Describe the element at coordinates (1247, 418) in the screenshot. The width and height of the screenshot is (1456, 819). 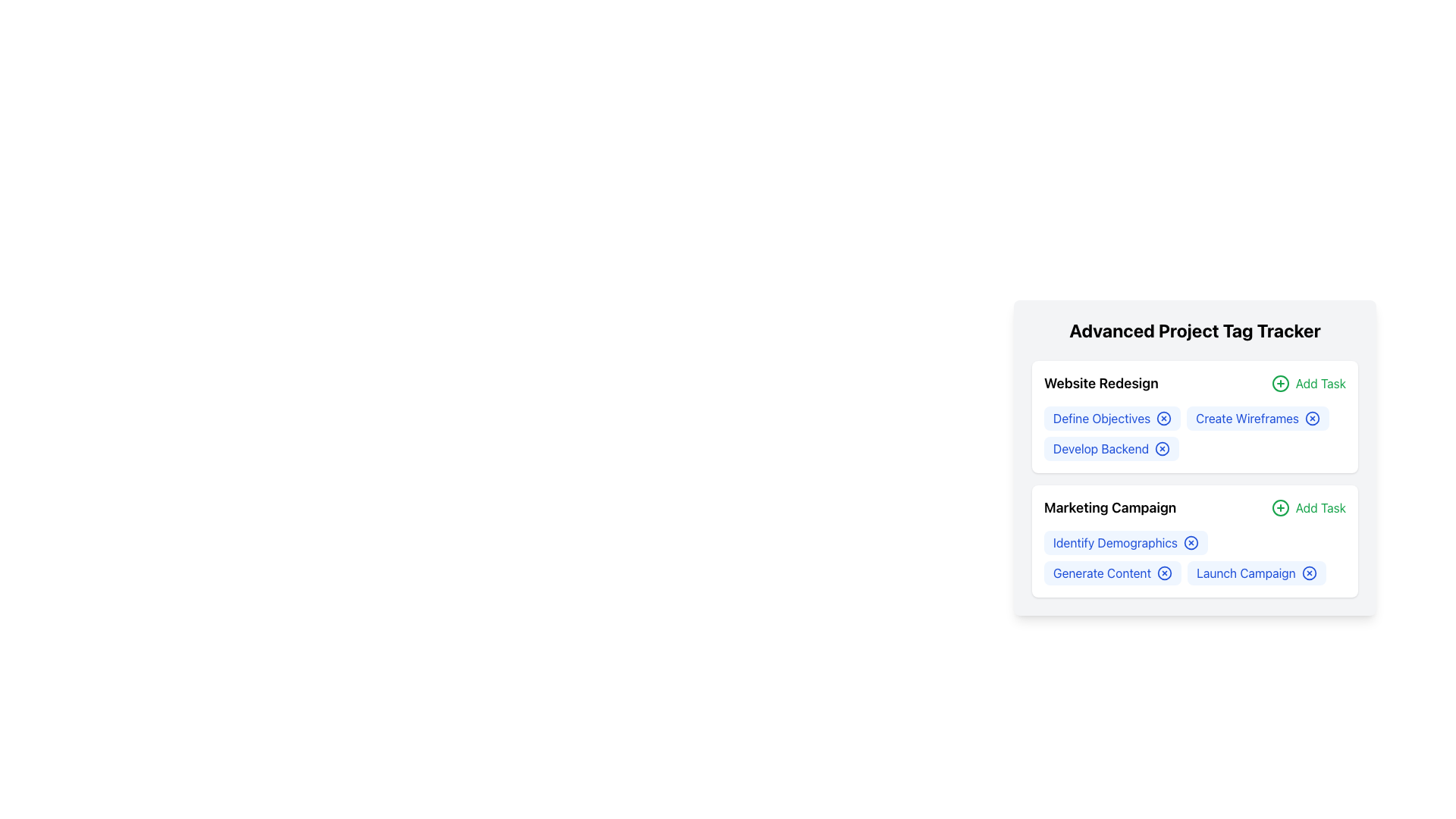
I see `the text label indicating the task 'Create Wireframes' within the 'Website Redesign' section` at that location.